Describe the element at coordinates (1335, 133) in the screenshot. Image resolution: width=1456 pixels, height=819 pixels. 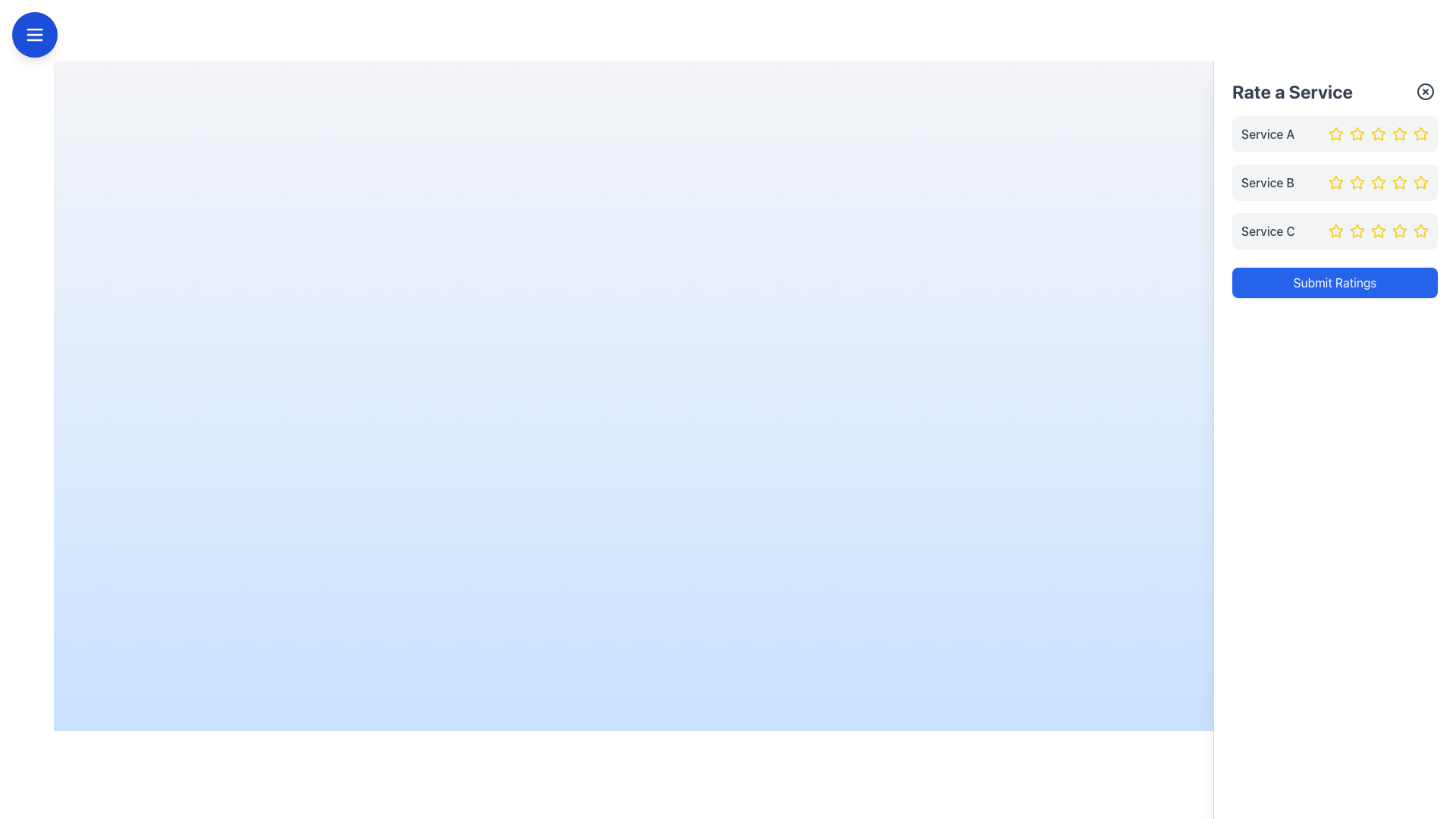
I see `the first star icon for rating 'Service A', which represents a one-star rating in the rating section` at that location.